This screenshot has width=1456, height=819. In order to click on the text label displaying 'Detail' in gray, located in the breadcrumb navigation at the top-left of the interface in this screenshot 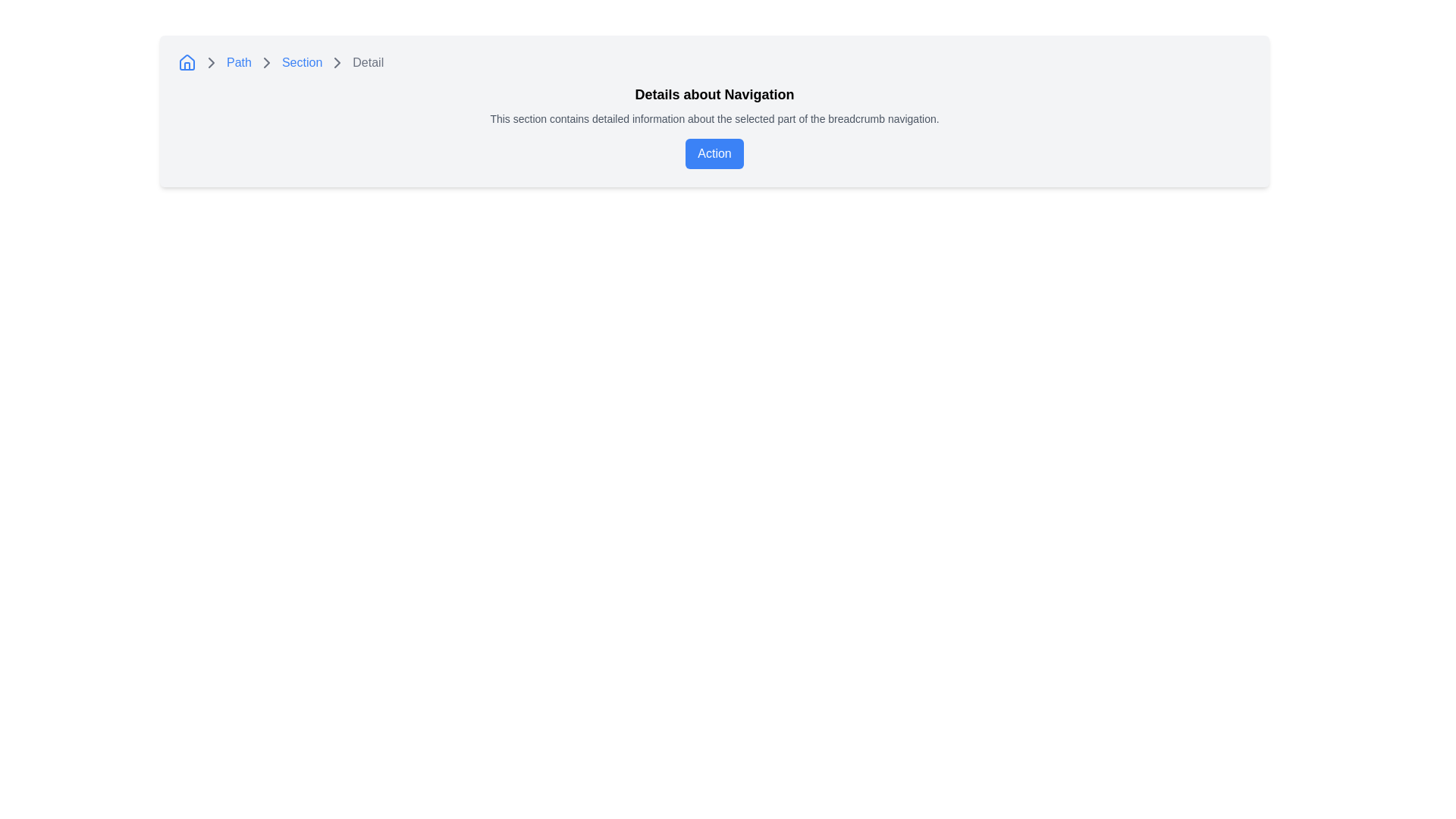, I will do `click(368, 62)`.